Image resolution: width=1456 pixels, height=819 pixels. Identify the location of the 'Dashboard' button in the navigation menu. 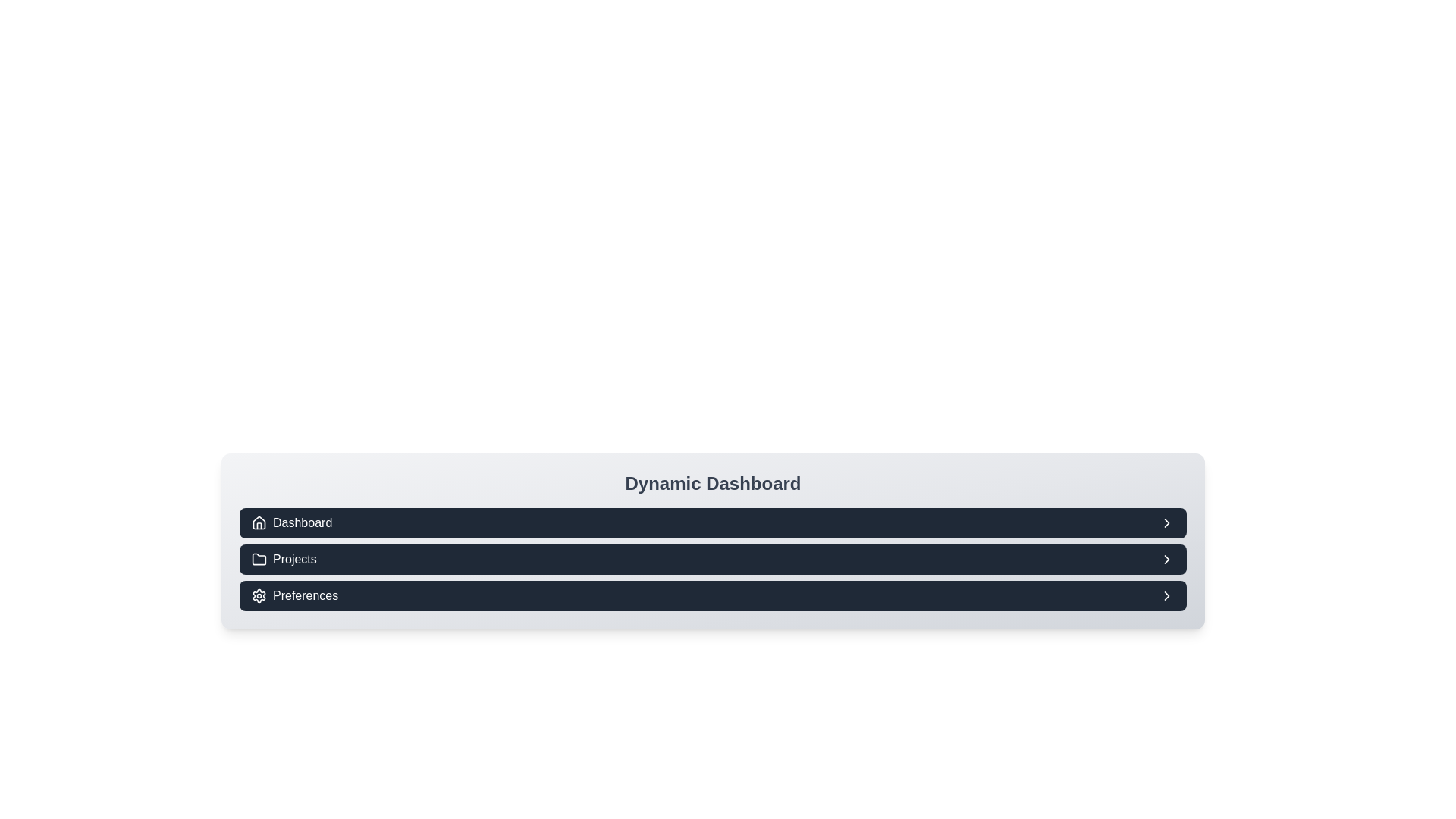
(292, 522).